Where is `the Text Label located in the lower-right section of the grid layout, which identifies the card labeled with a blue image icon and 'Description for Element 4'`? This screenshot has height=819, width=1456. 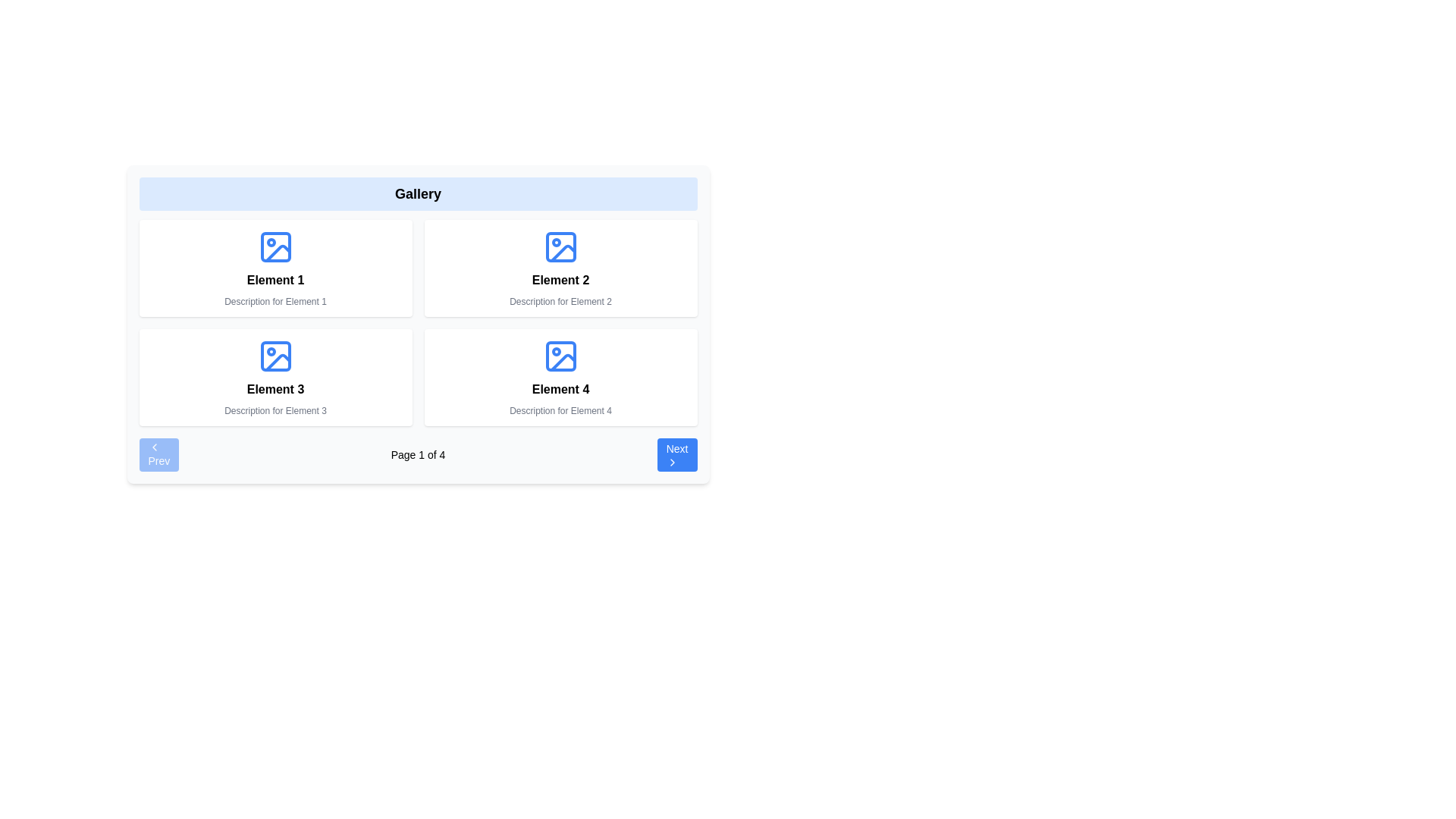 the Text Label located in the lower-right section of the grid layout, which identifies the card labeled with a blue image icon and 'Description for Element 4' is located at coordinates (560, 388).